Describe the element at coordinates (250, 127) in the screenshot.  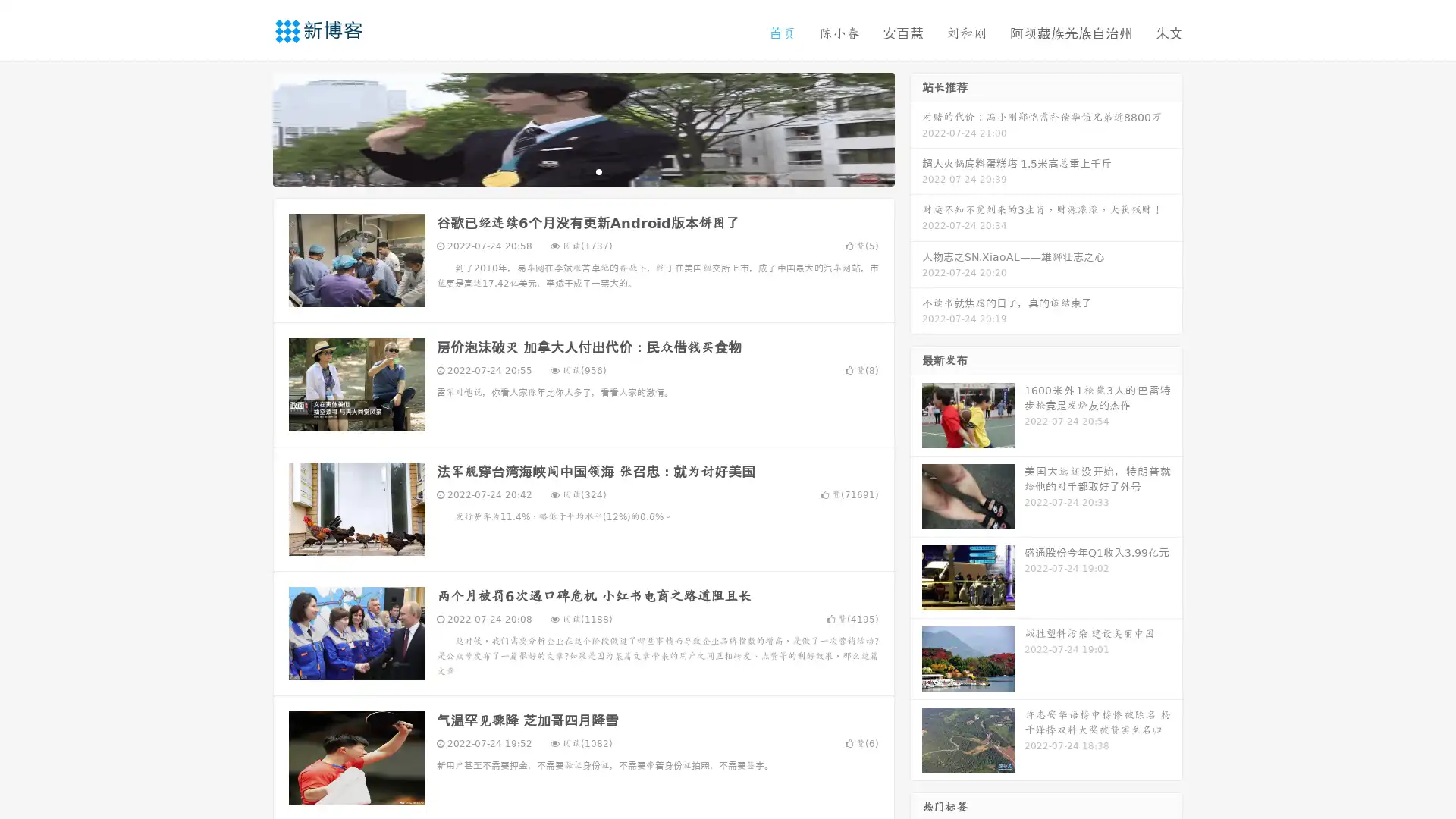
I see `Previous slide` at that location.